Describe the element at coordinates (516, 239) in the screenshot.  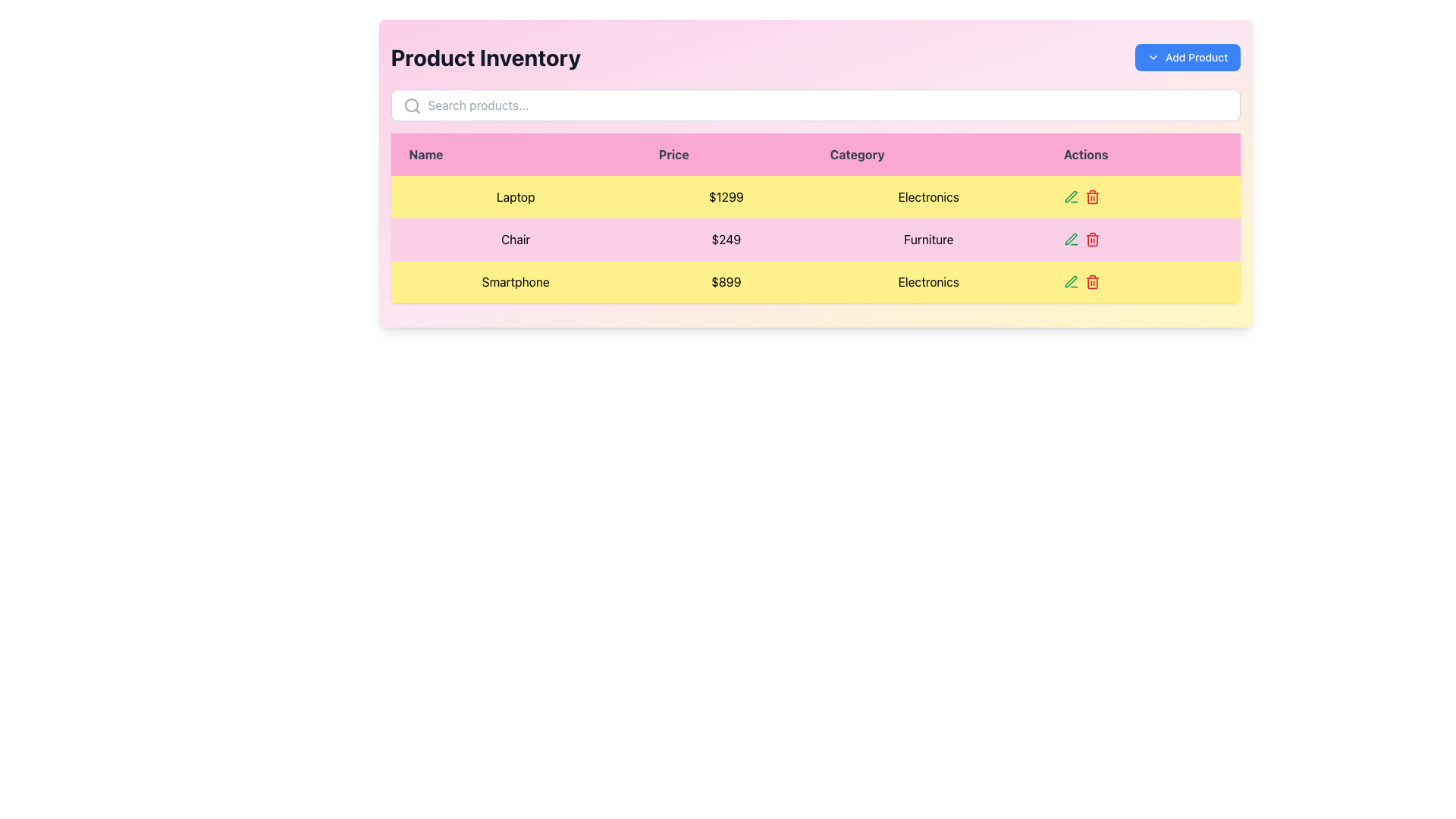
I see `the text label displaying 'Chair' located in the first cell of the second row under the 'Name' column of the table` at that location.